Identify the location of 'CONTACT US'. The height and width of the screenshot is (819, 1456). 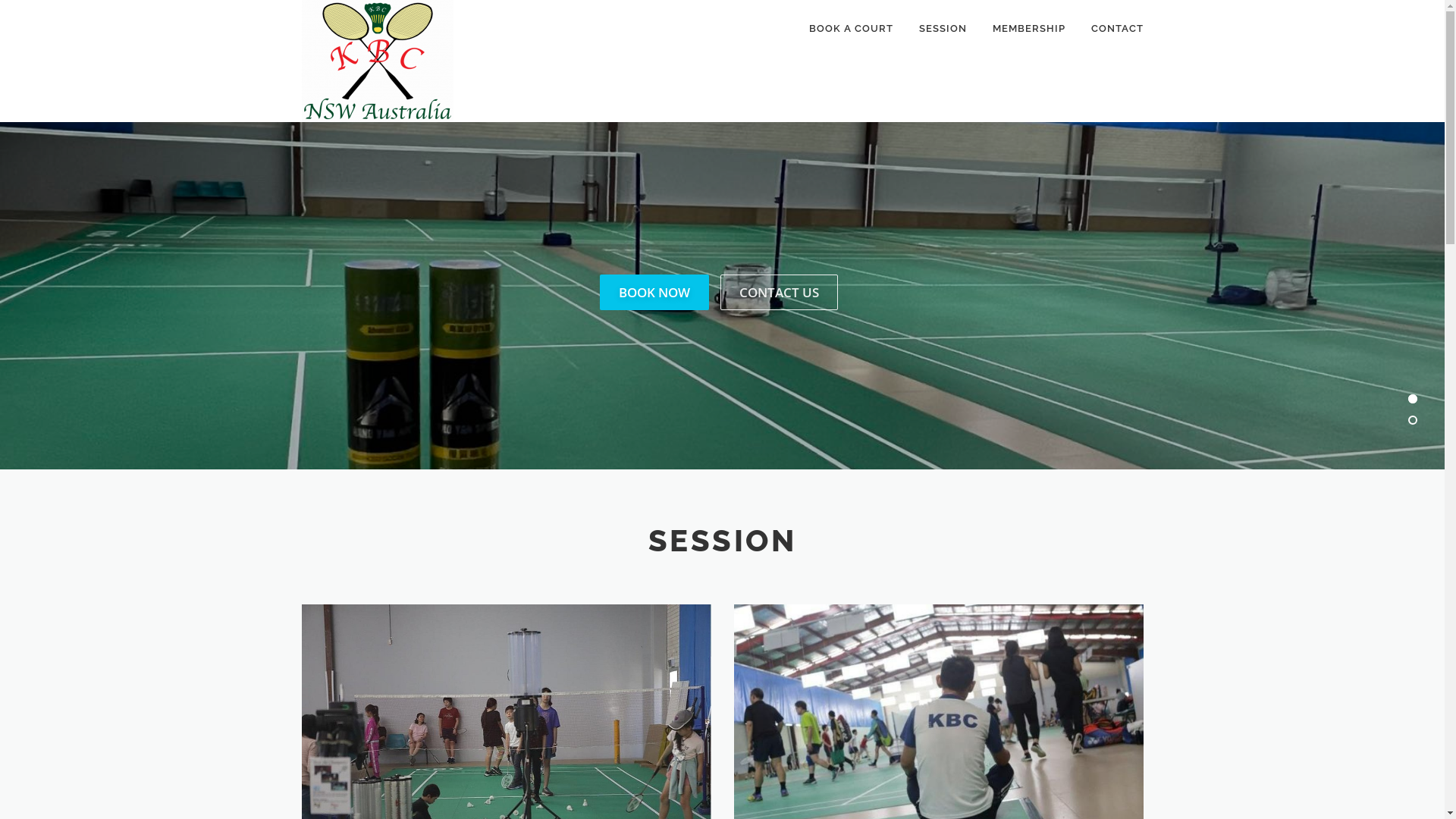
(720, 292).